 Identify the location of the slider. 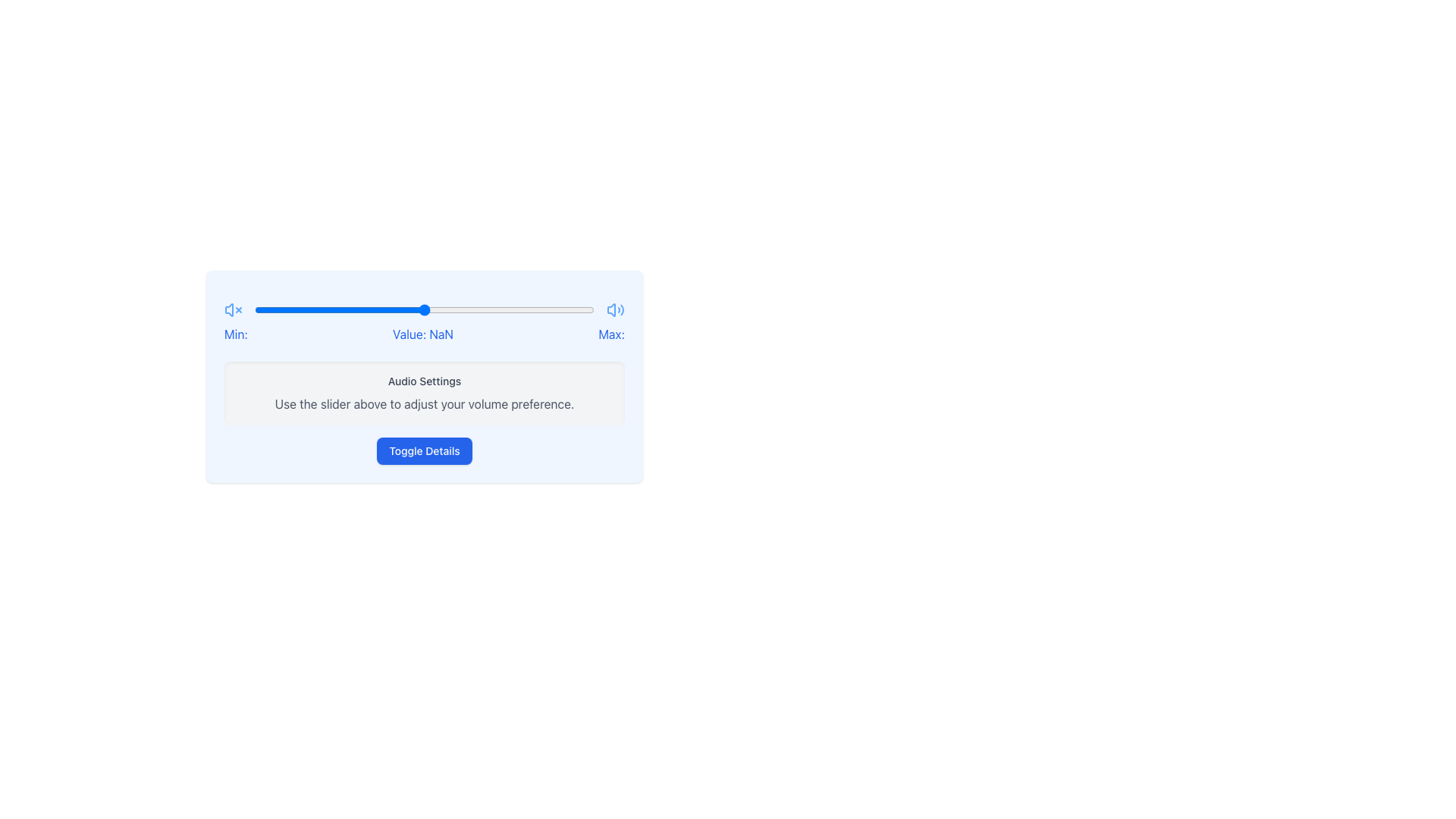
(338, 309).